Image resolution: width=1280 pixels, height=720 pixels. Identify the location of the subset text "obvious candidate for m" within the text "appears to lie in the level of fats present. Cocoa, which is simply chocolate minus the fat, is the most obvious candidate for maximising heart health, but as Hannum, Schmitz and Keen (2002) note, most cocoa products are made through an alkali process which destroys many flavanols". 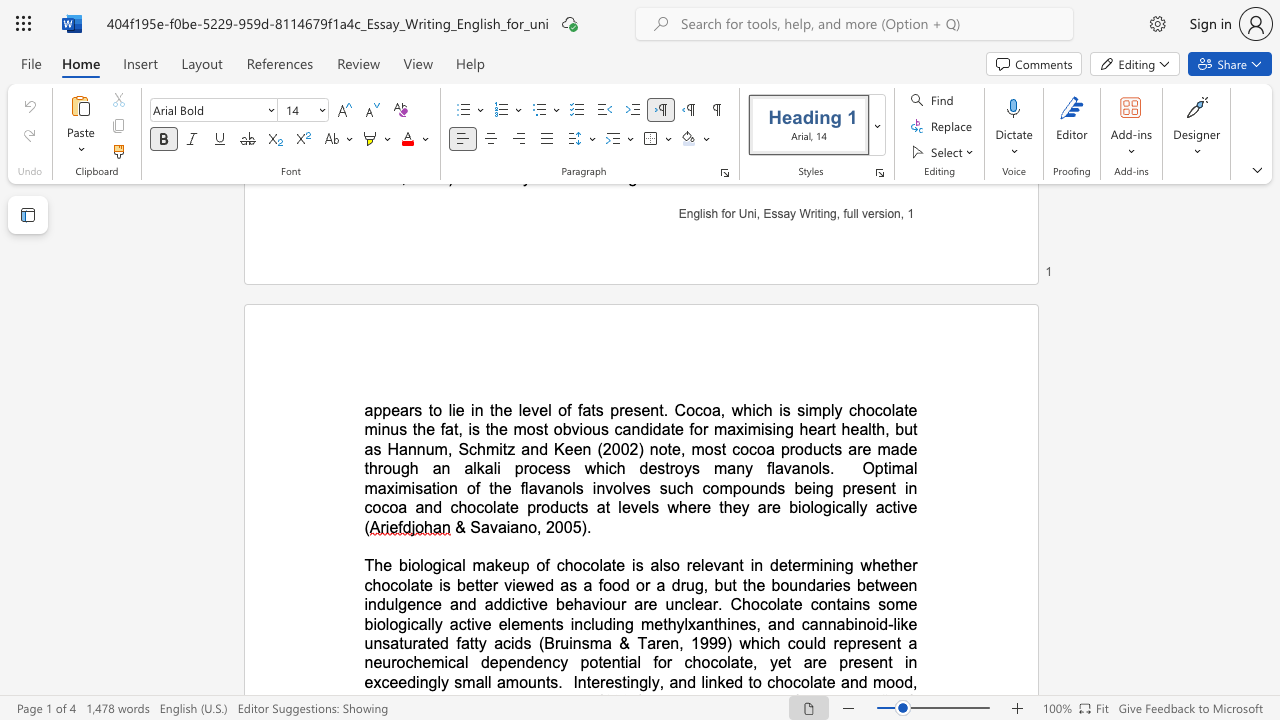
(553, 428).